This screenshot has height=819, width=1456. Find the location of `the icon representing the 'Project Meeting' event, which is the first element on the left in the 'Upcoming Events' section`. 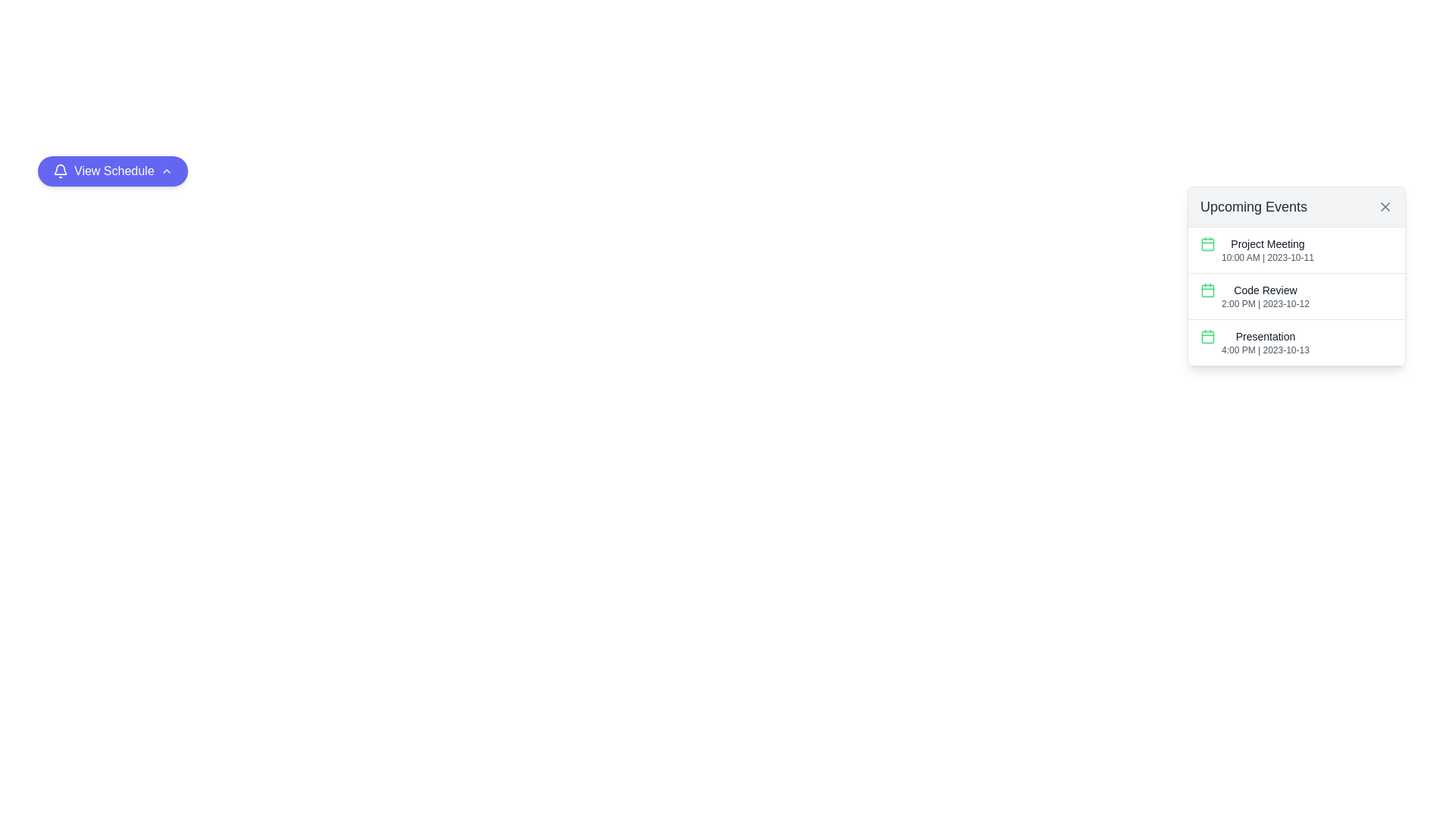

the icon representing the 'Project Meeting' event, which is the first element on the left in the 'Upcoming Events' section is located at coordinates (1207, 243).